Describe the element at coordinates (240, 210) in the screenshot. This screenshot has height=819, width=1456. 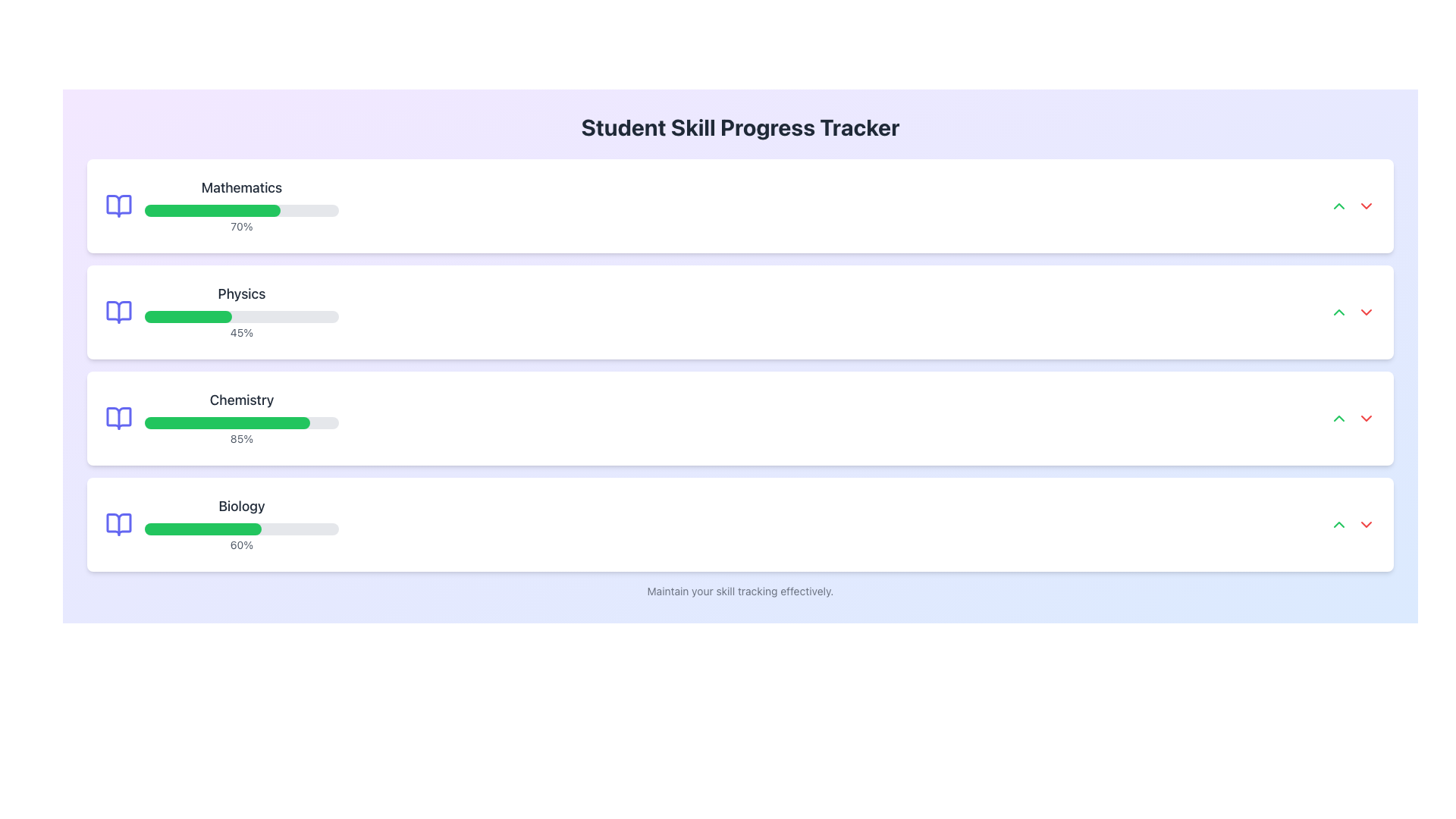
I see `the progress bar indicating 70% completion within the 'Mathematics' card` at that location.